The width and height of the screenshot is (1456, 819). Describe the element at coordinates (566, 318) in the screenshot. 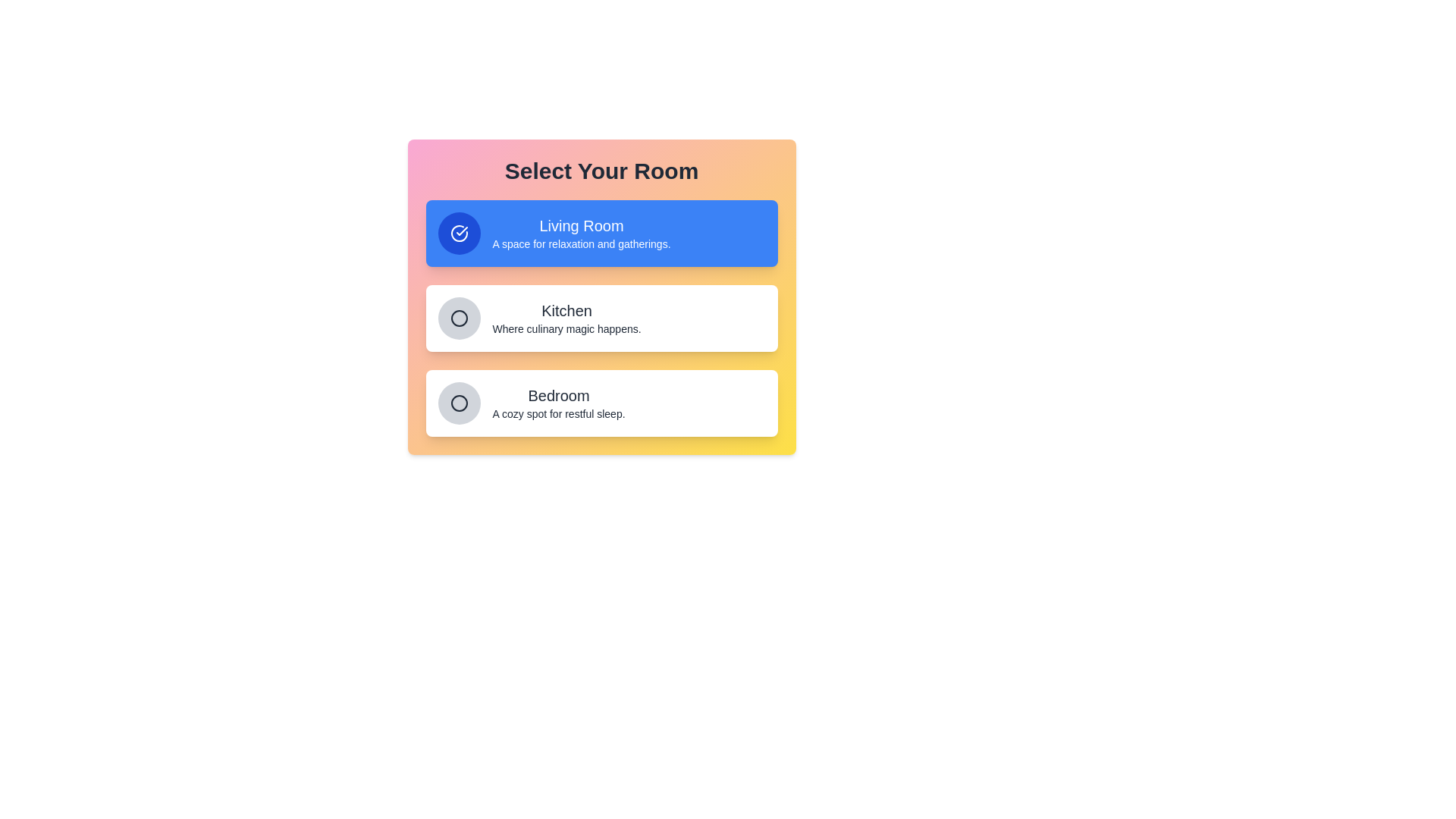

I see `the 'Kitchen' text label with the subtitle 'Where culinary magic happens.'` at that location.